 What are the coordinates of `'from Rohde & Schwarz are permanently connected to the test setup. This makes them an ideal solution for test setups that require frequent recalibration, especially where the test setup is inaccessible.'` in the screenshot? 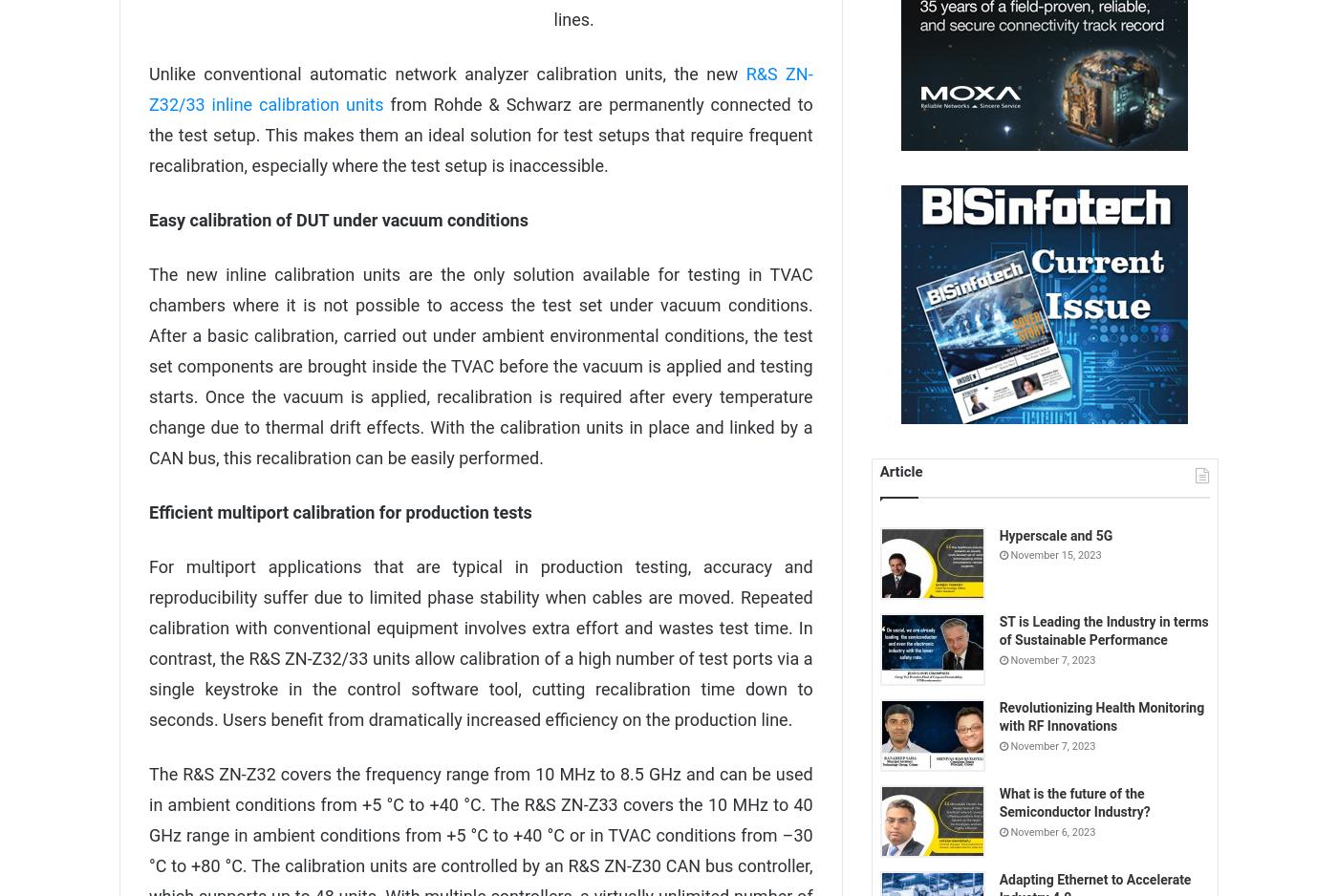 It's located at (480, 134).